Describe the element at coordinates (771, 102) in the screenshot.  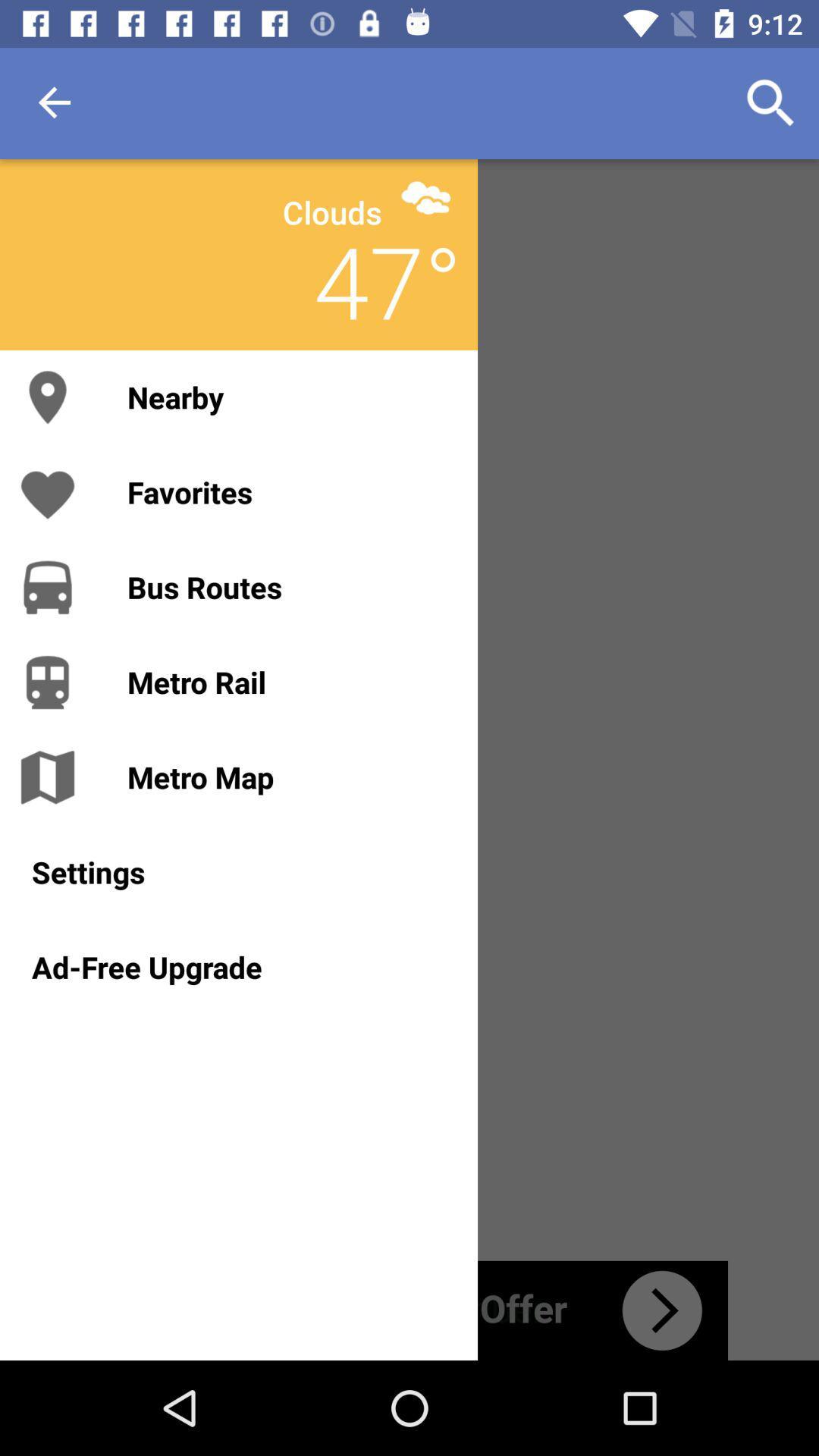
I see `icon at the top right corner` at that location.